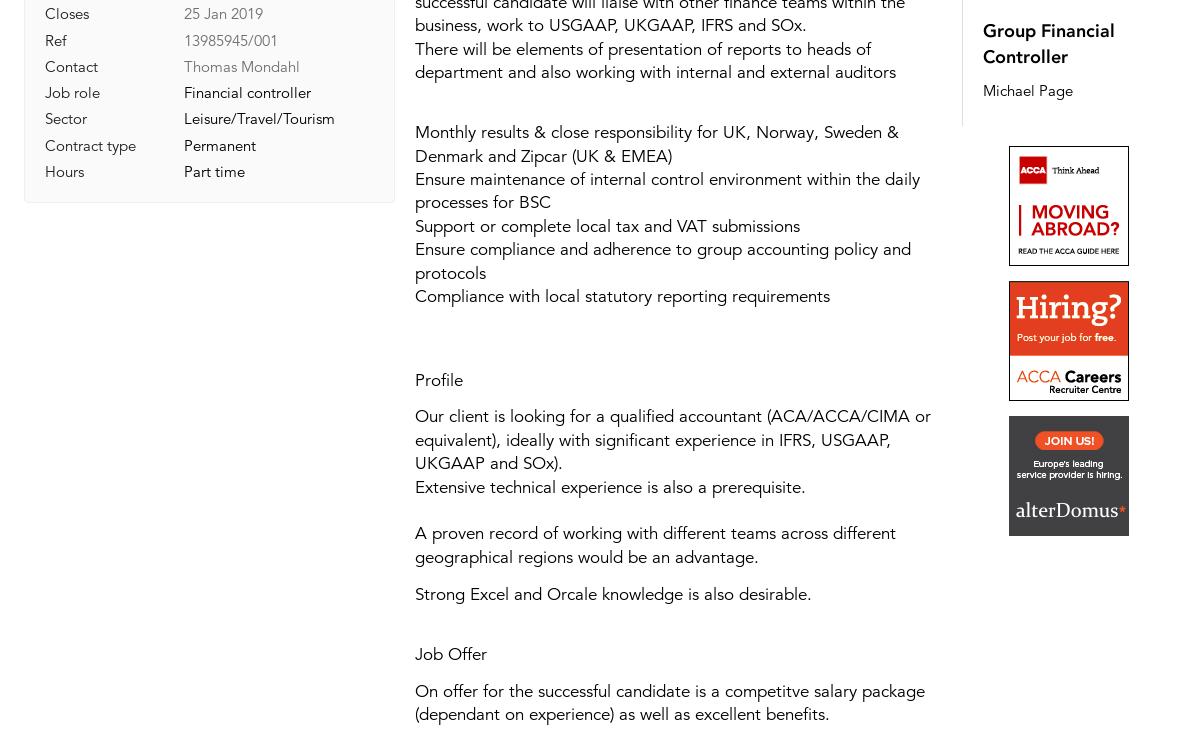 The width and height of the screenshot is (1200, 743). Describe the element at coordinates (612, 593) in the screenshot. I see `'Strong Excel and Orcale knowledge is also desirable.'` at that location.